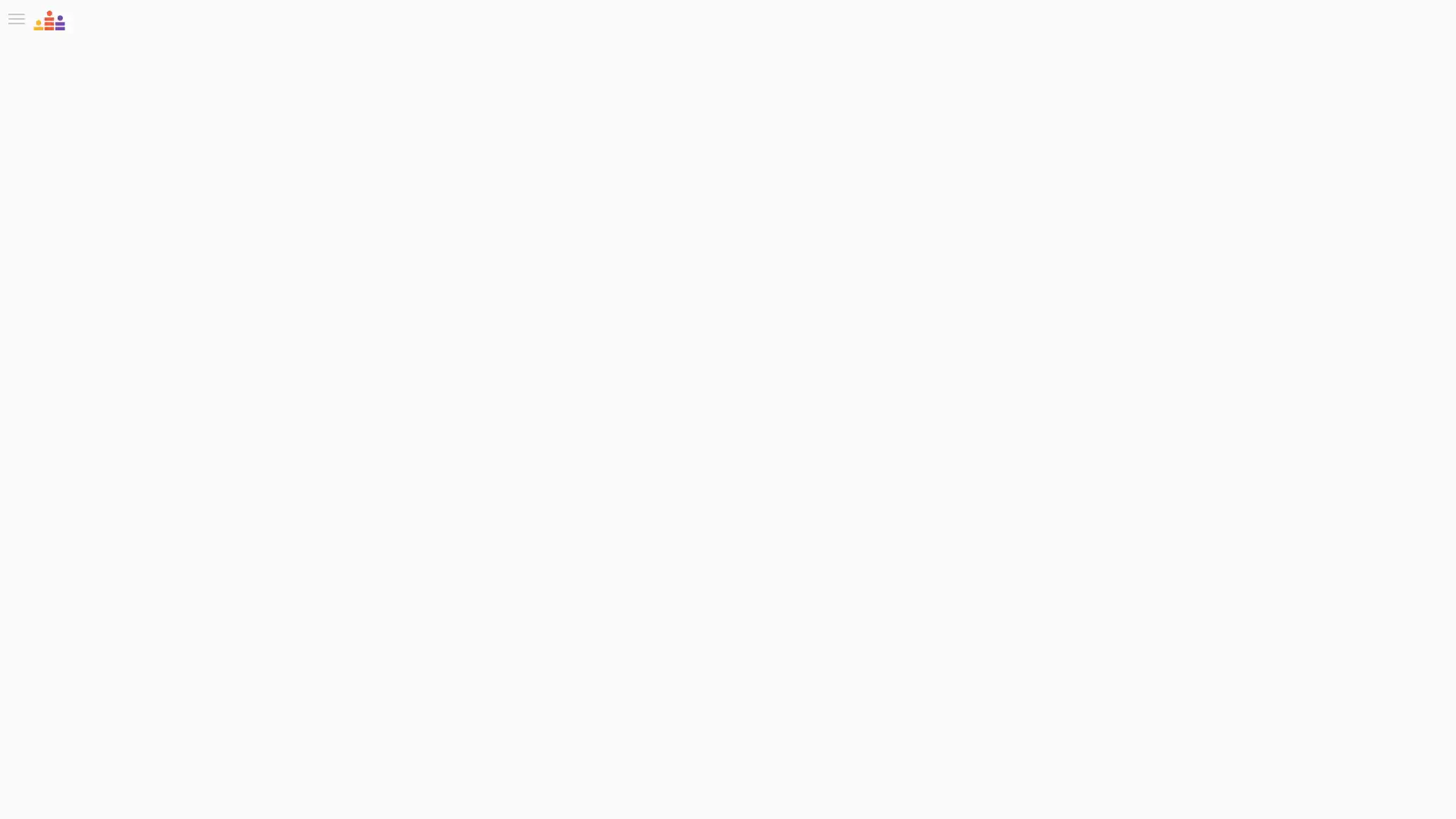  I want to click on Follow, so click(1030, 278).